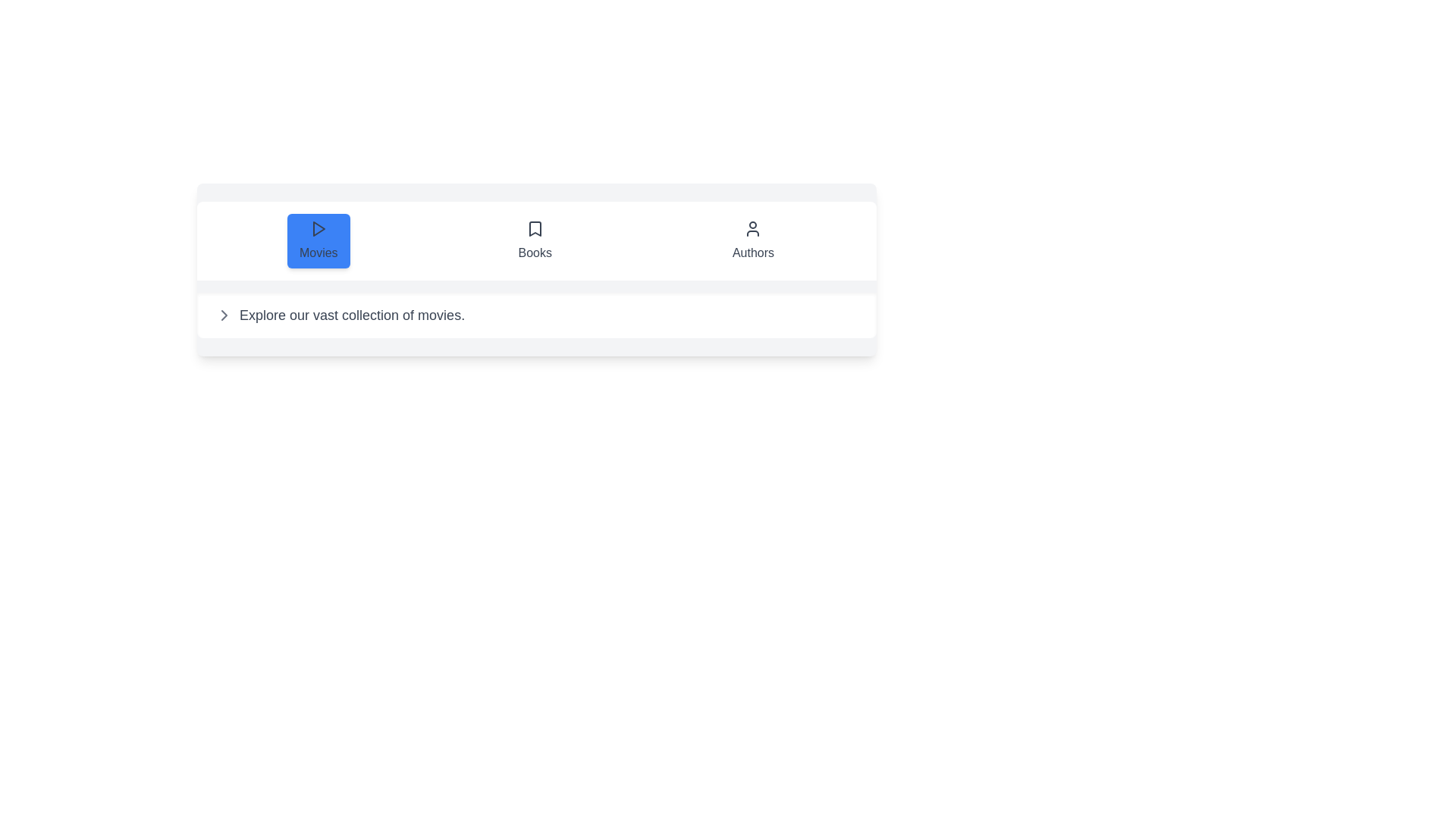 The width and height of the screenshot is (1456, 819). I want to click on the Authors tab, so click(753, 240).